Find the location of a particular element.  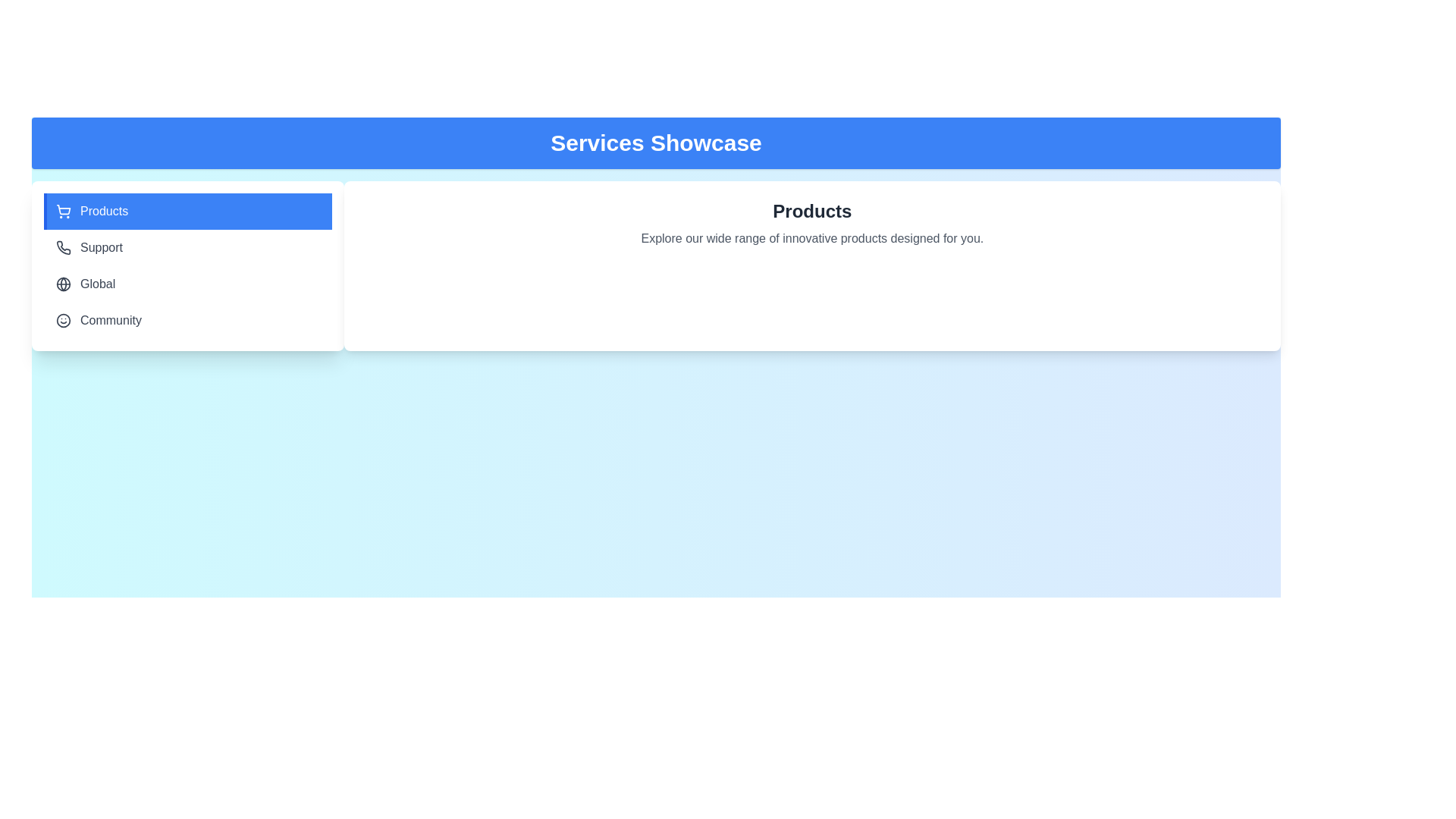

the tab labeled Community by clicking on its corresponding navigation item is located at coordinates (187, 320).